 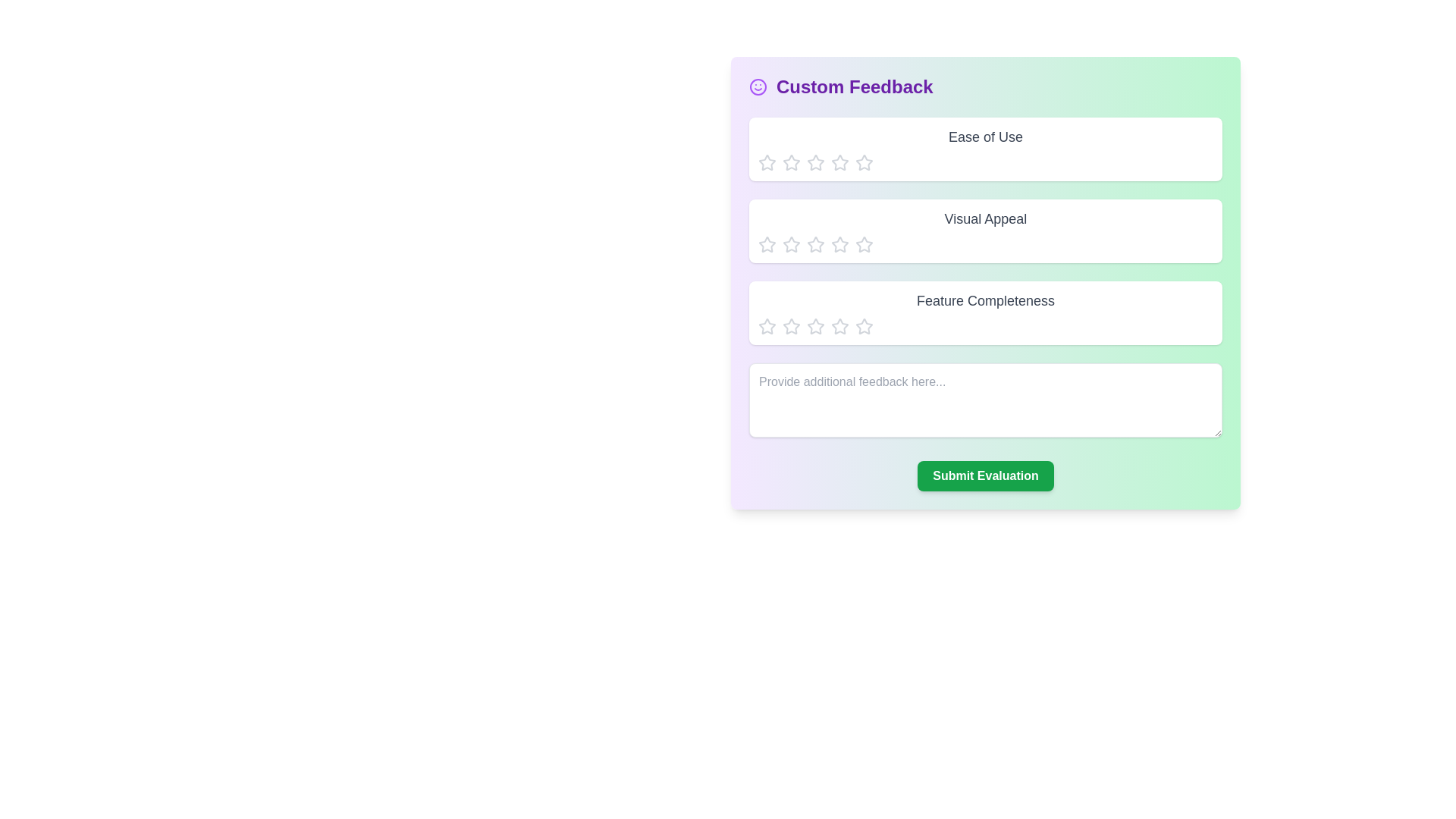 What do you see at coordinates (839, 163) in the screenshot?
I see `the element Ease of Use Star 4 to observe its hover effect` at bounding box center [839, 163].